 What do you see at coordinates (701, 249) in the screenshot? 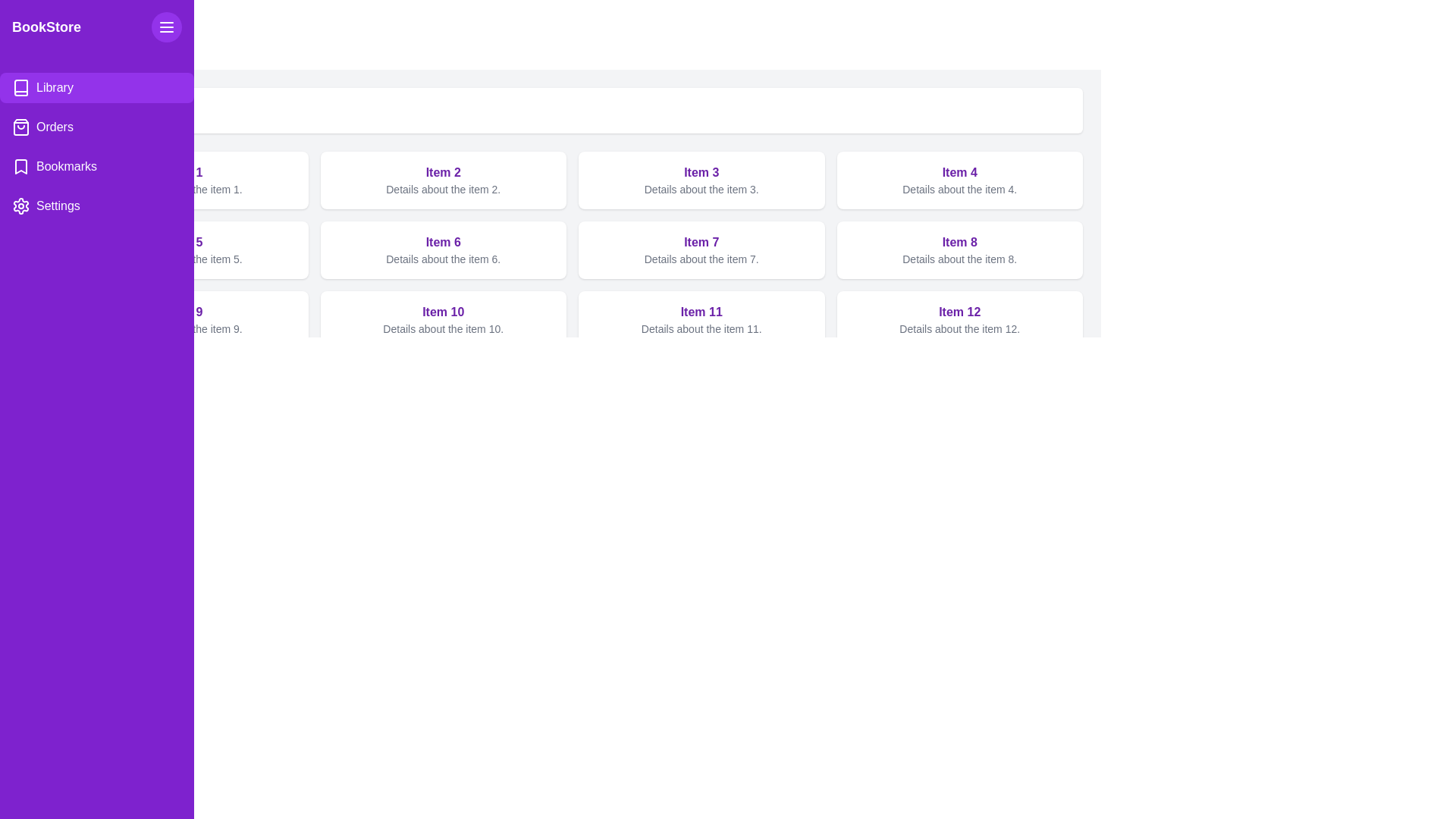
I see `the Informational card displaying details about 'Item 7', which is located in the third row and second column of the grid layout` at bounding box center [701, 249].